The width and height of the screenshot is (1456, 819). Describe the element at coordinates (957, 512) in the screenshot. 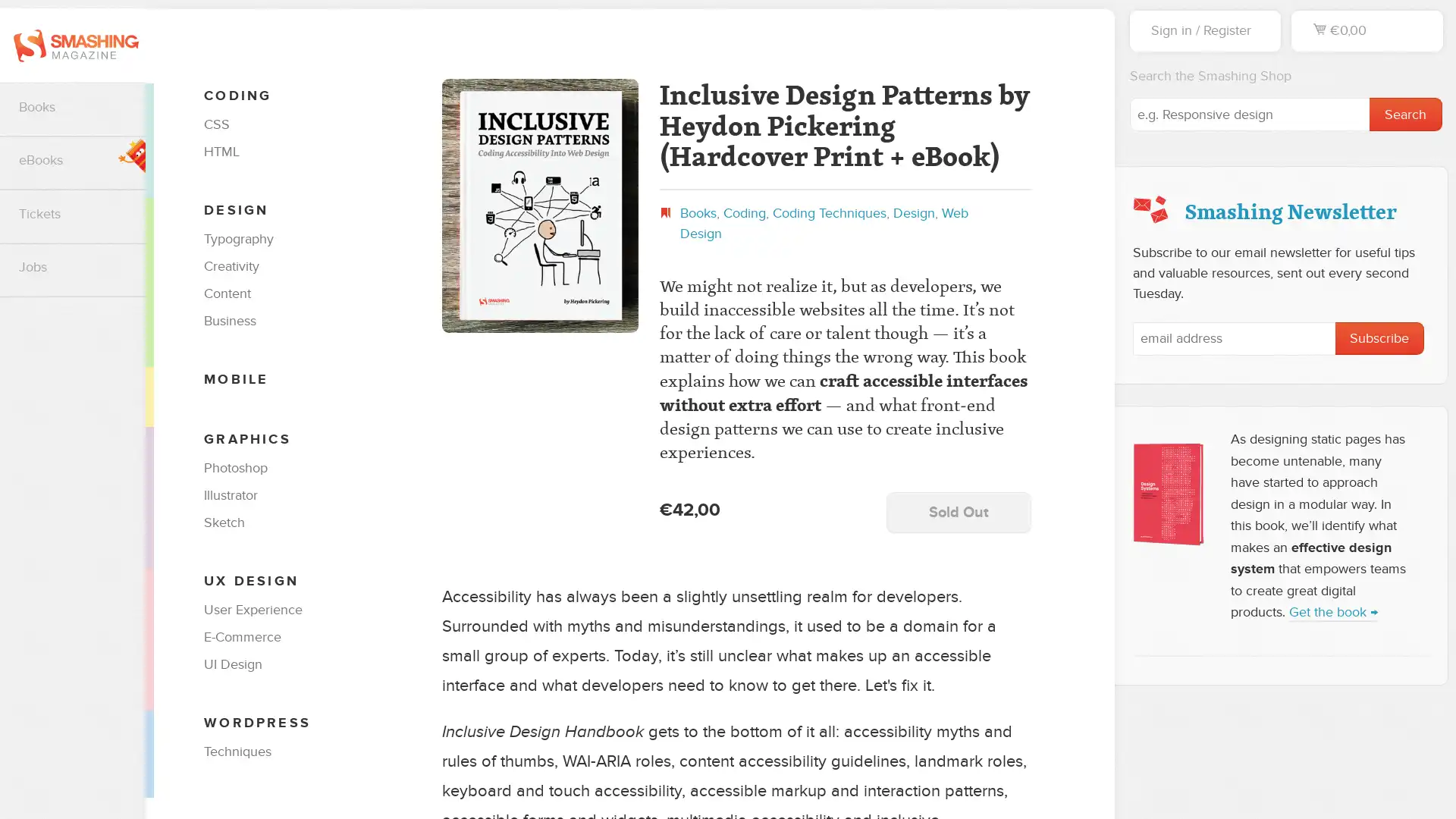

I see `Sold Out` at that location.